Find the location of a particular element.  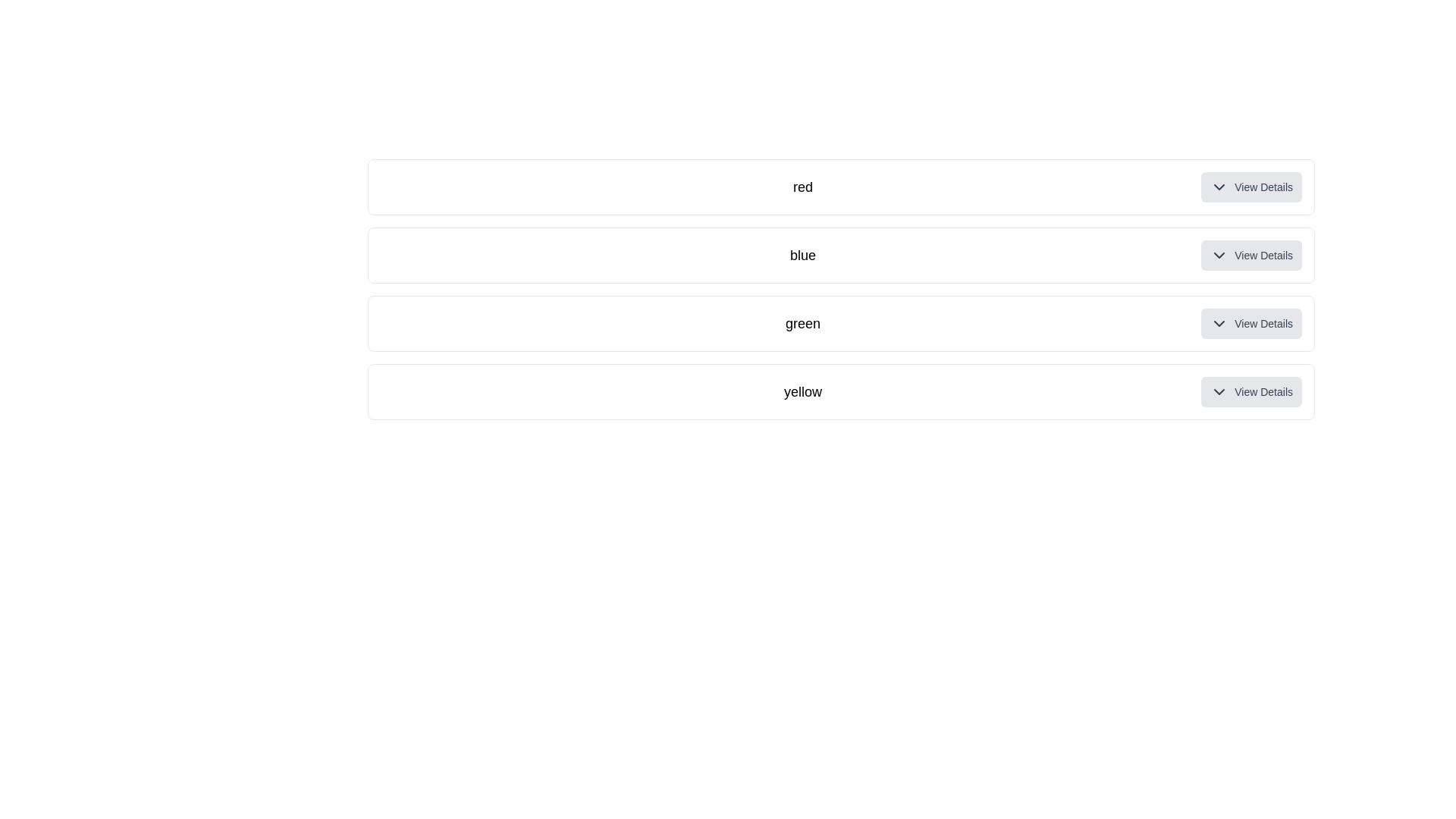

the 'View Details' button with a gray background and a chevron-down icon, located in the row labeled 'green' and positioned on the right side is located at coordinates (1251, 323).